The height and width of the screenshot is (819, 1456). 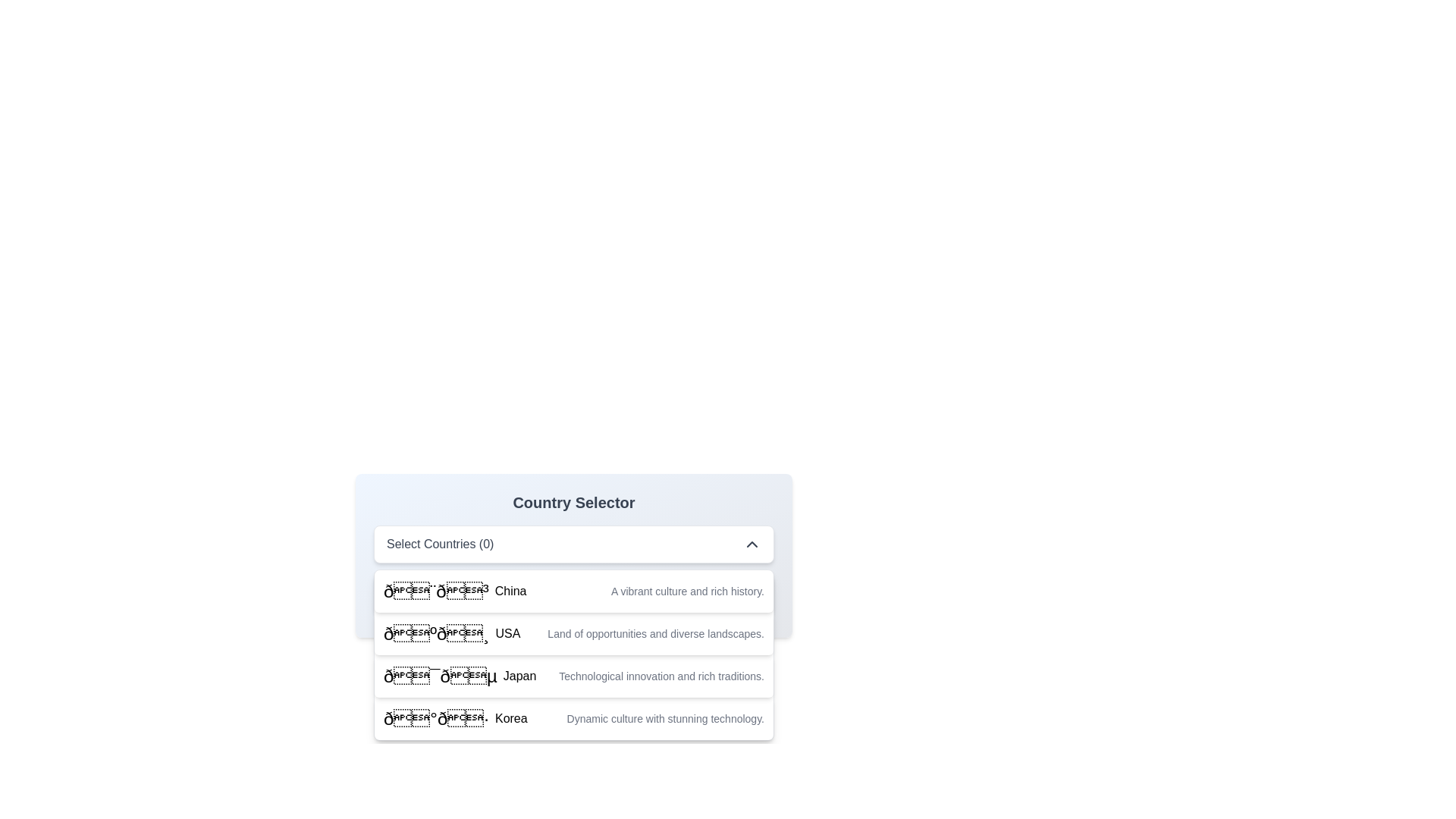 I want to click on the Dropdown menu header located centrally within the 'Country Selector' card, so click(x=573, y=555).